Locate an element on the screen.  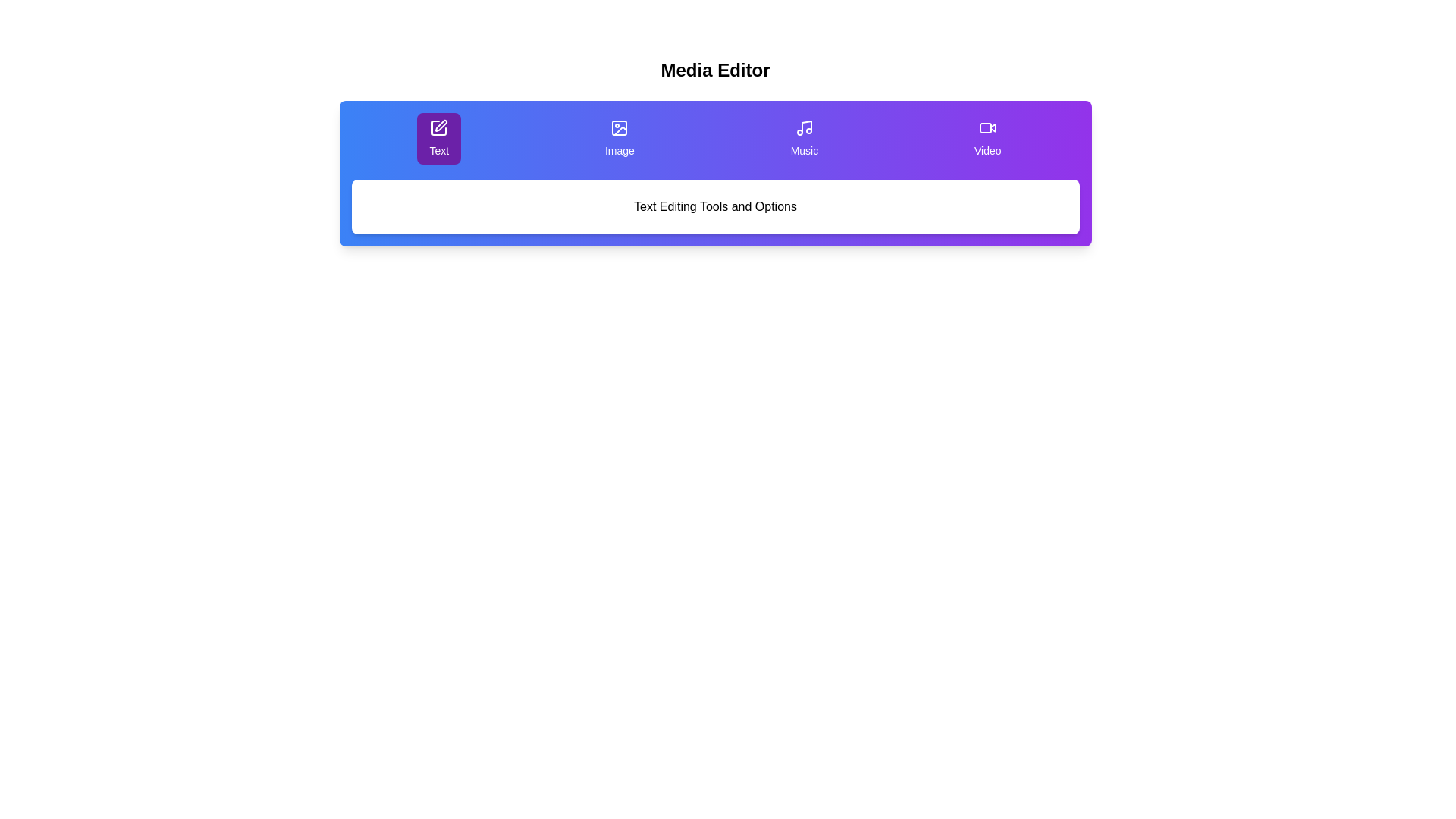
the SVG graphical element representing the 'Image' button icon in the toolbar, which is part of the icon's visual representation is located at coordinates (620, 127).